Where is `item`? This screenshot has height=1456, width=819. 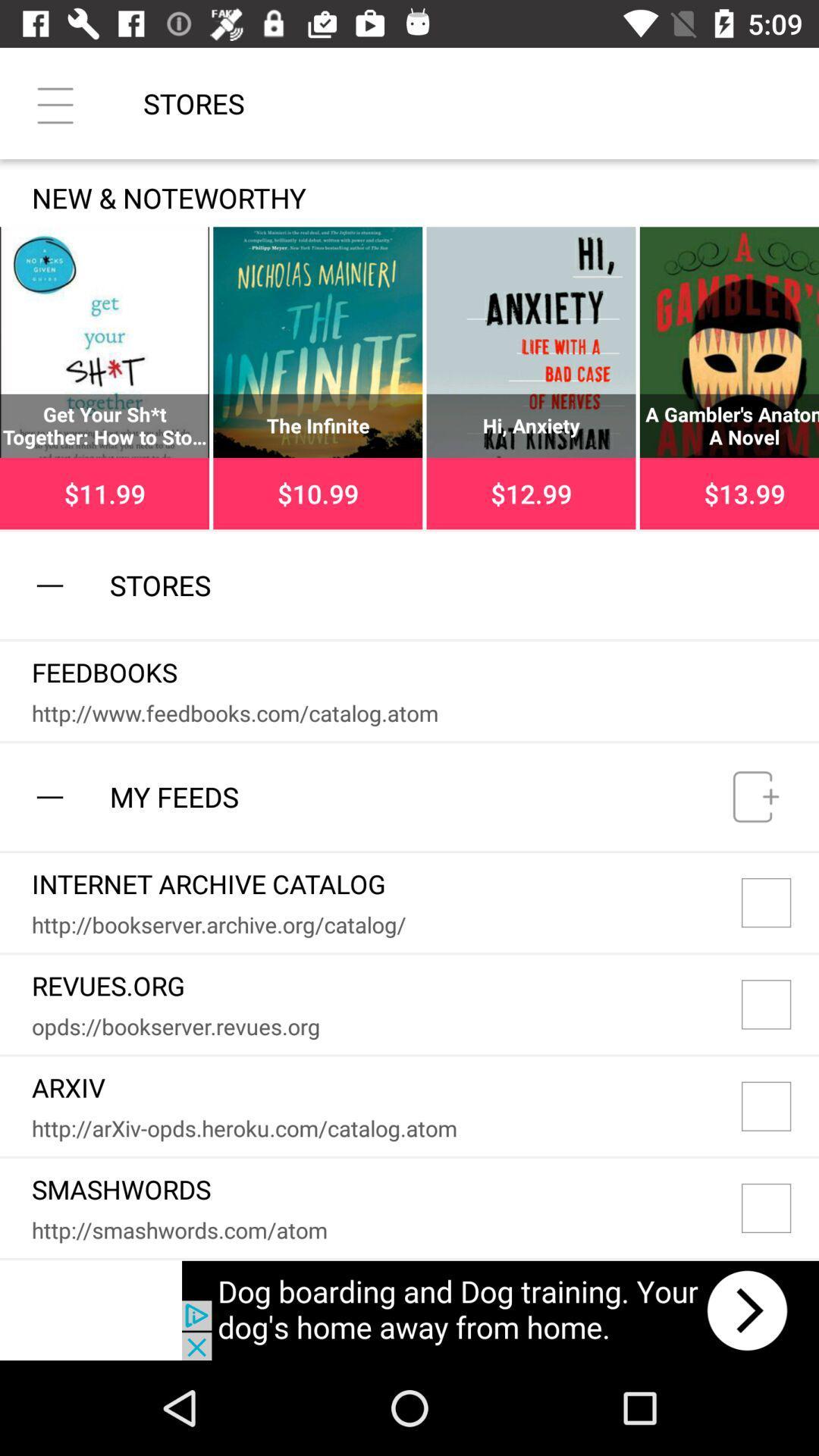
item is located at coordinates (780, 1004).